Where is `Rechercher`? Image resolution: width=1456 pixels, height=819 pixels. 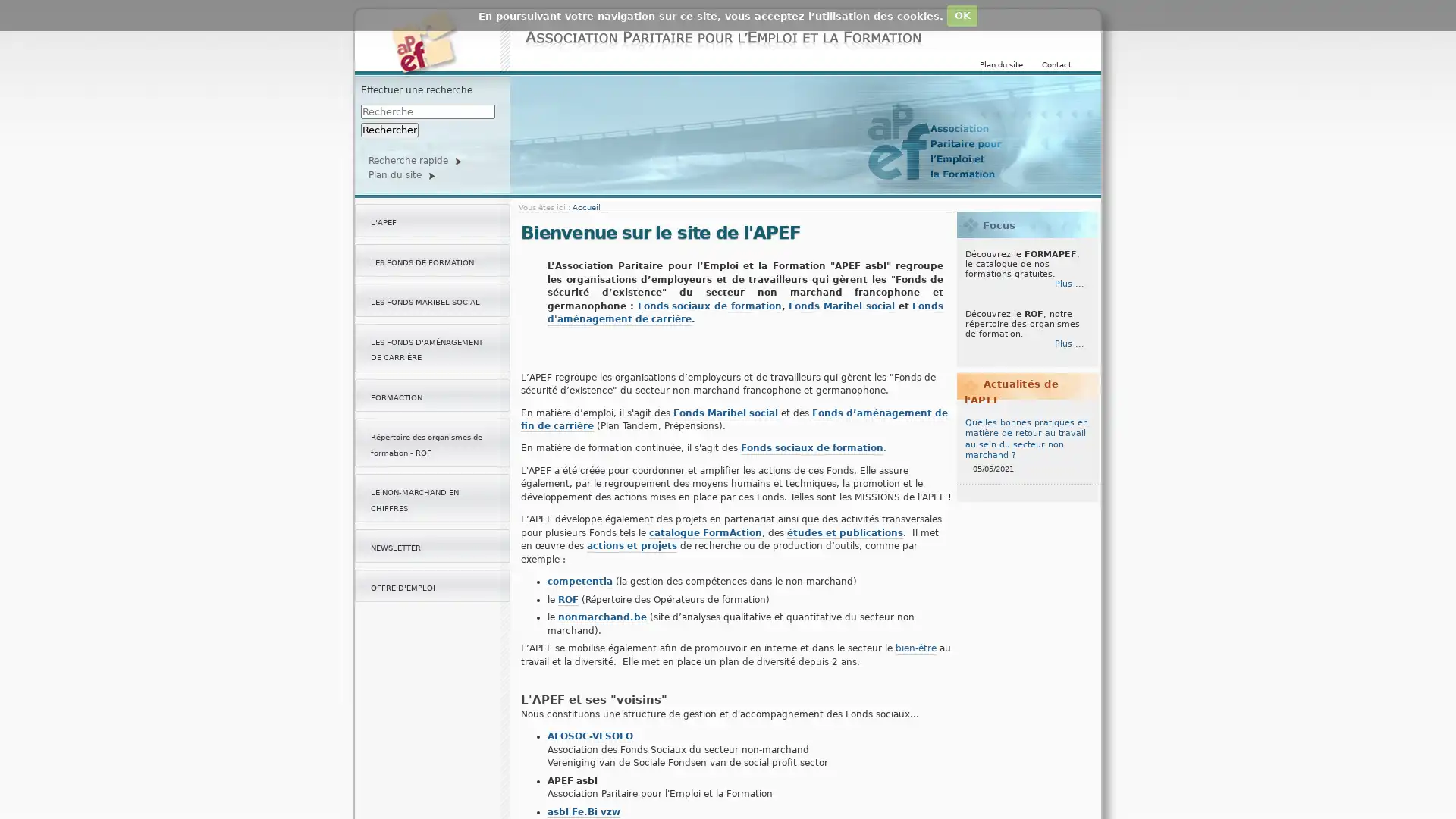 Rechercher is located at coordinates (389, 129).